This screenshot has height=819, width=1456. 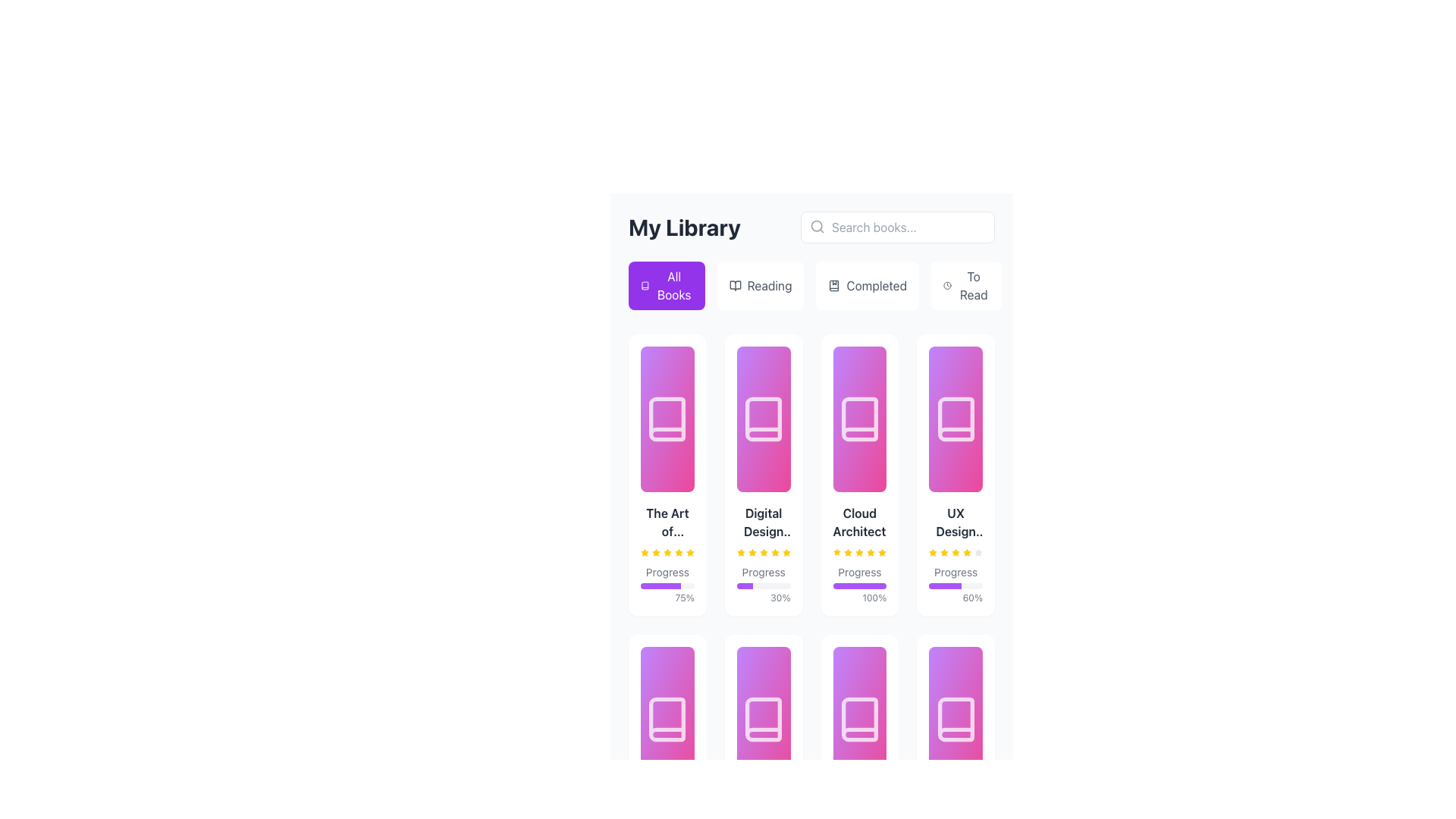 I want to click on the yellow-colored star icon representing the rating for the book entry titled 'The Art of', positioned just below the book cover thumbnail, so click(x=645, y=552).